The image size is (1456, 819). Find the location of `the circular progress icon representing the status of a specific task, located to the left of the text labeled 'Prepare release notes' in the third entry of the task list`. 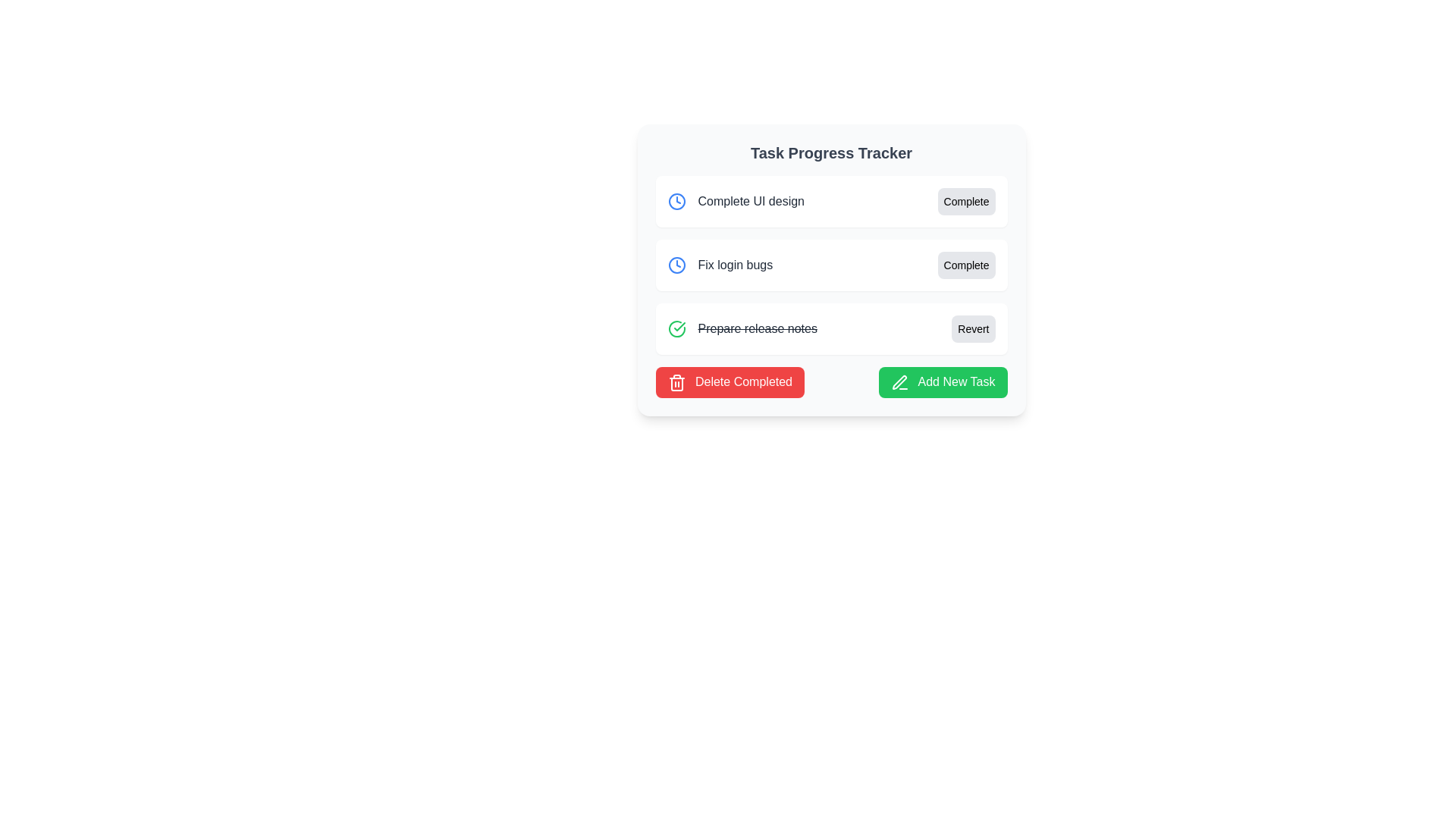

the circular progress icon representing the status of a specific task, located to the left of the text labeled 'Prepare release notes' in the third entry of the task list is located at coordinates (676, 328).